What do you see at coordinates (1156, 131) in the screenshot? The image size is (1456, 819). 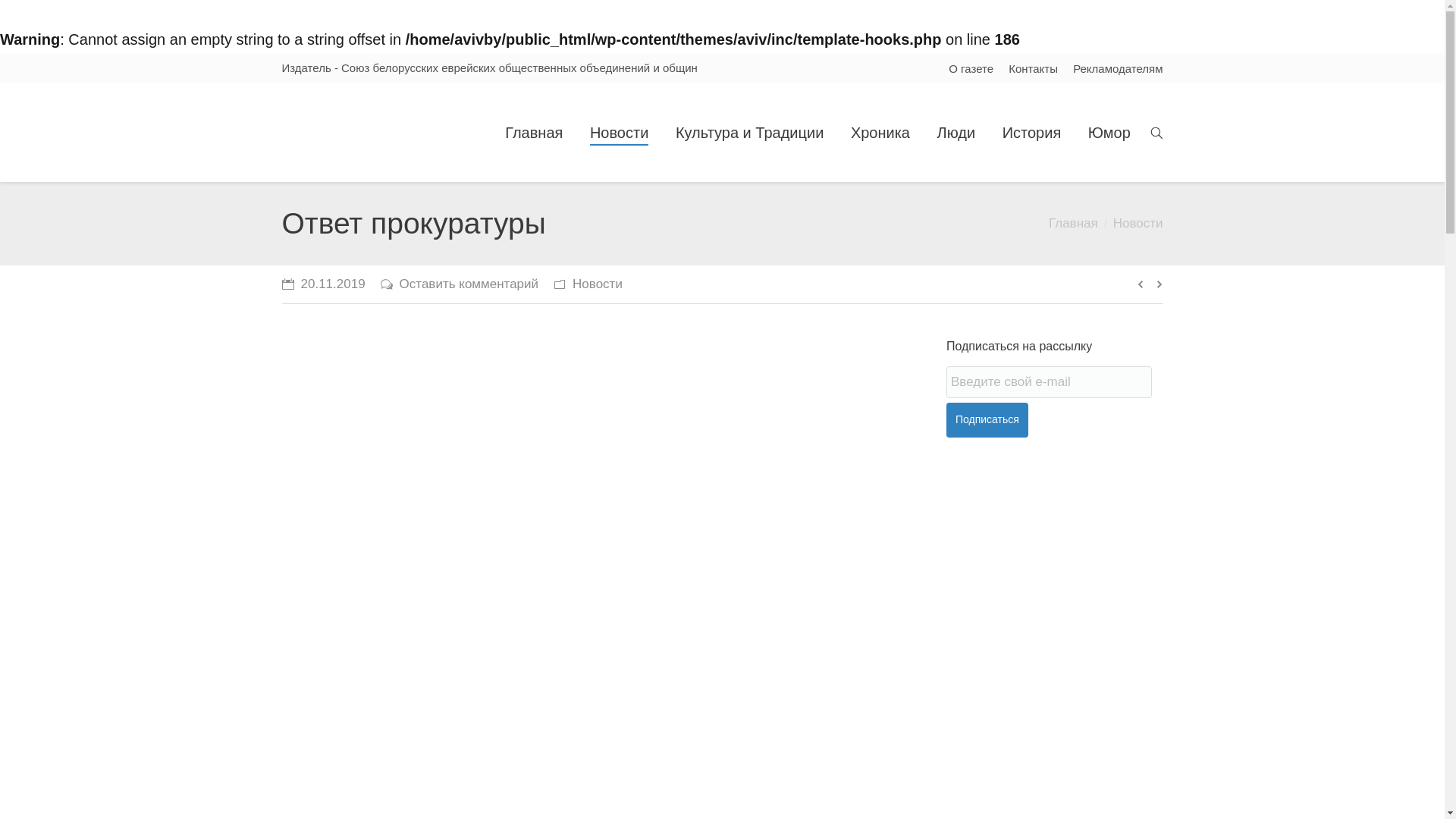 I see `' '` at bounding box center [1156, 131].